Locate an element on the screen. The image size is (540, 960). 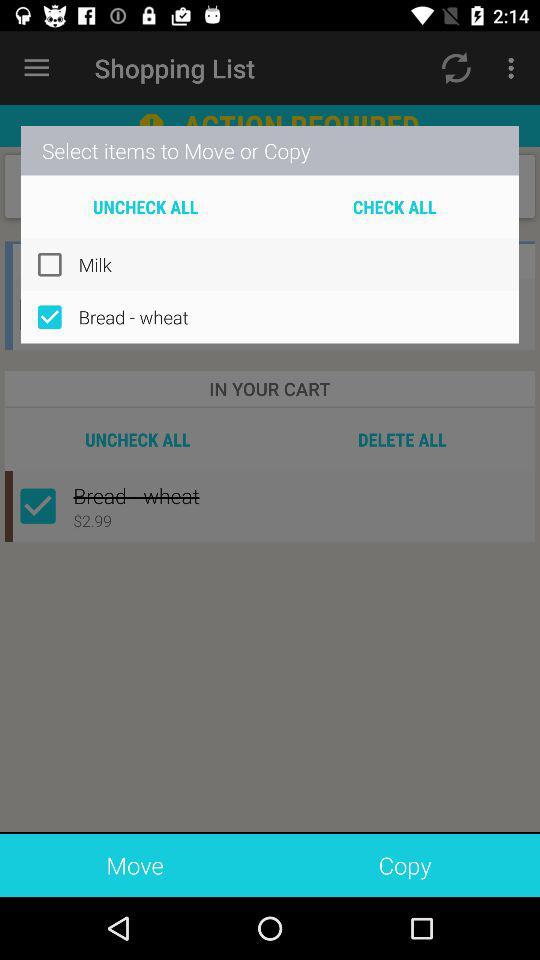
the icon above the milk icon is located at coordinates (394, 206).